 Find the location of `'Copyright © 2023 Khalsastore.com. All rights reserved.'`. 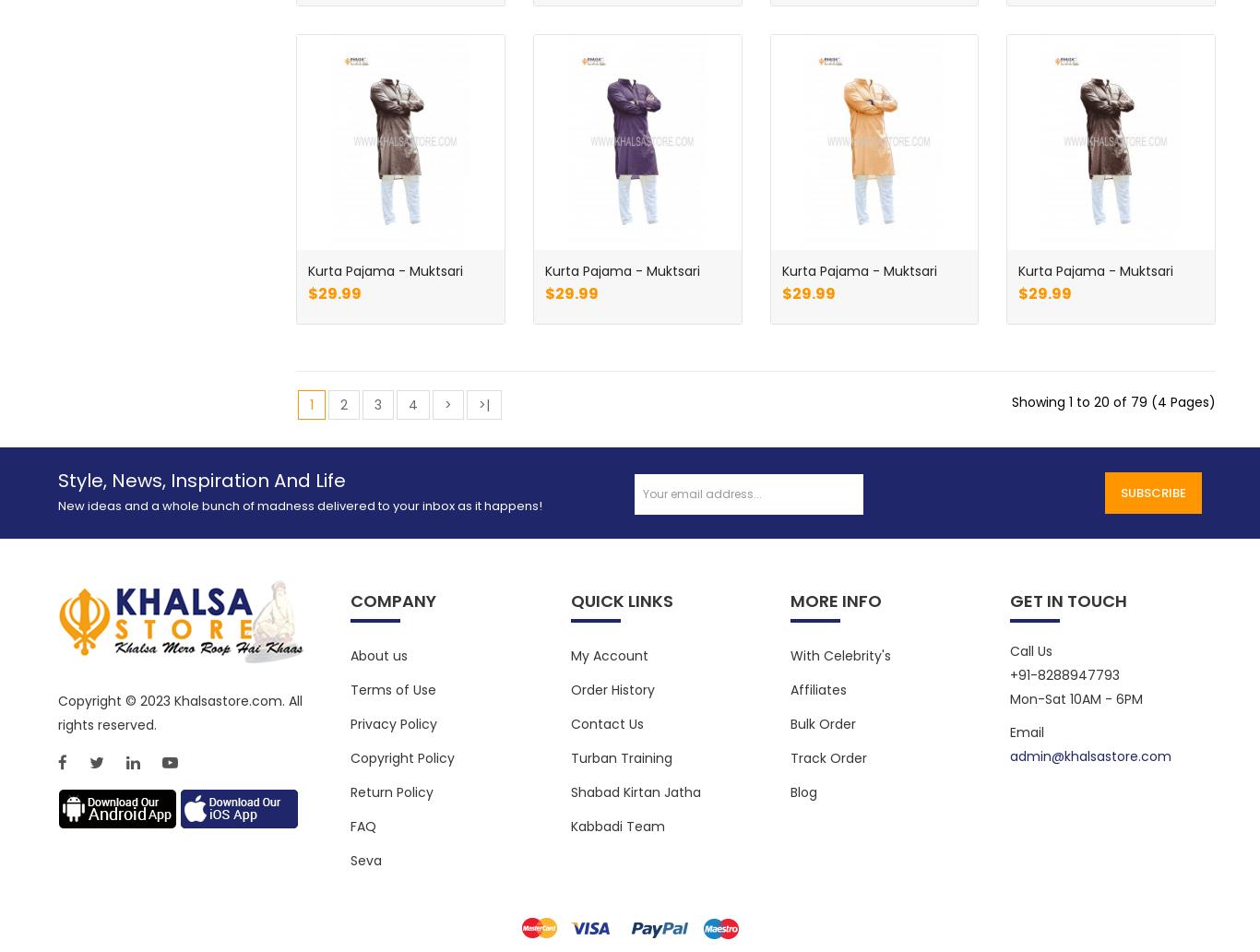

'Copyright © 2023 Khalsastore.com. All rights reserved.' is located at coordinates (178, 711).